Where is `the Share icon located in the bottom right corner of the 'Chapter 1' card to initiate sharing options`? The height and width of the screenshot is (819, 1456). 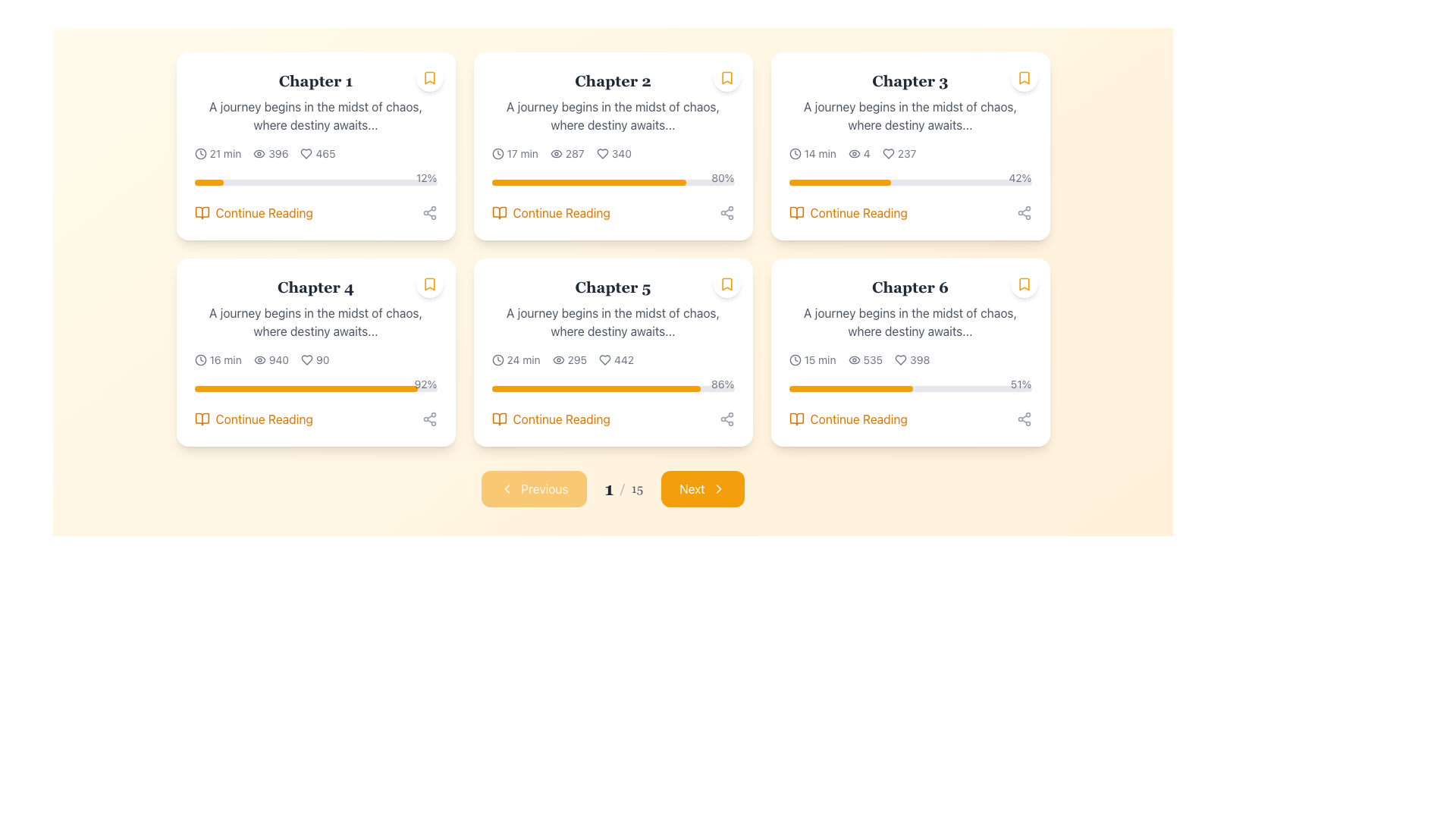
the Share icon located in the bottom right corner of the 'Chapter 1' card to initiate sharing options is located at coordinates (428, 213).